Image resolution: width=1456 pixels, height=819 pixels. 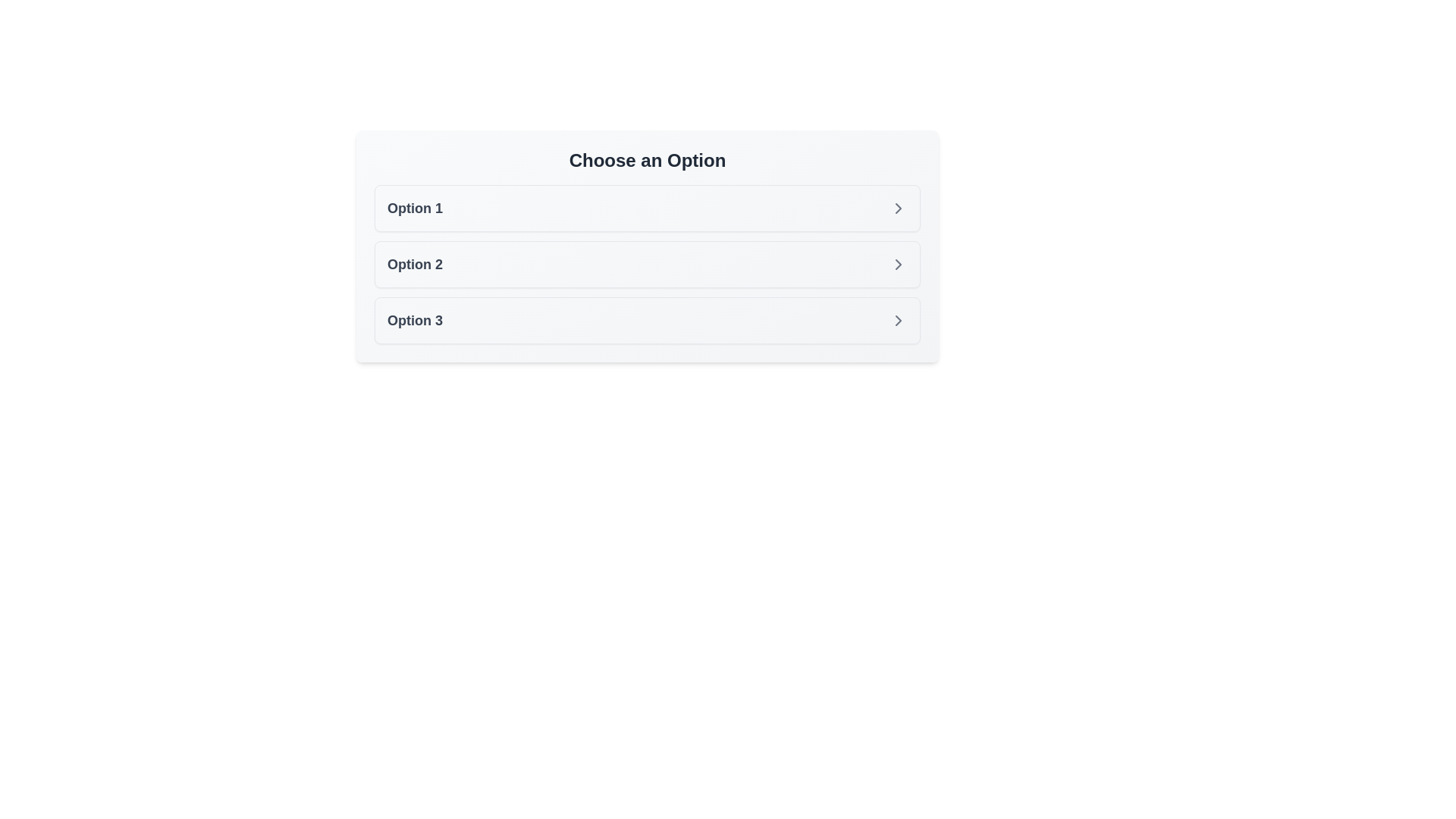 What do you see at coordinates (899, 320) in the screenshot?
I see `the icon located at the rightmost end of the row for 'Option 3'` at bounding box center [899, 320].